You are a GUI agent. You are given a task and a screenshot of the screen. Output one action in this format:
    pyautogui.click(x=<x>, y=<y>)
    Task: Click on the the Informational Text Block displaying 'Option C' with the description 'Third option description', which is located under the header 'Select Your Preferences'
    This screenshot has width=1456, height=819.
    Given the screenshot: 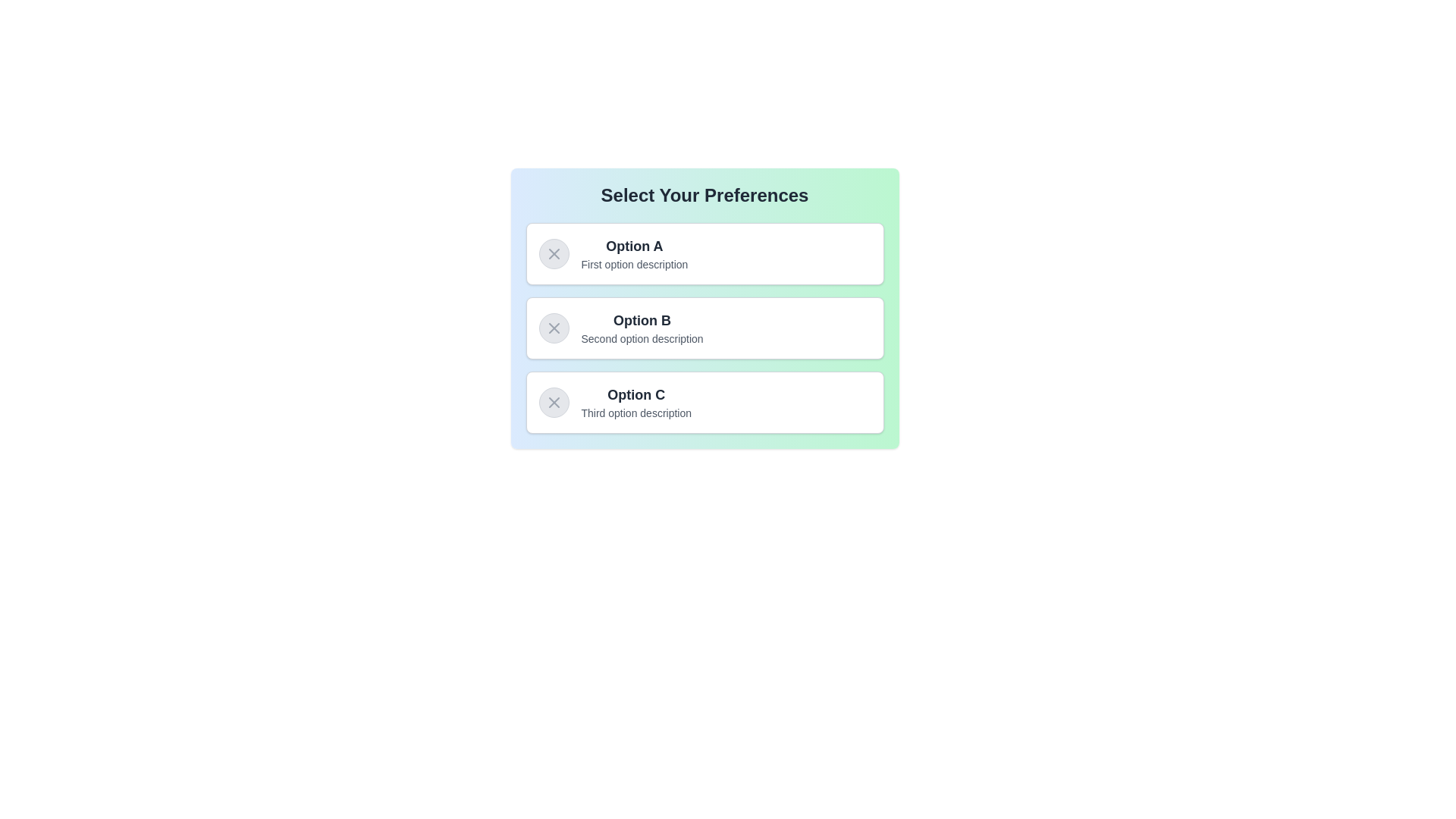 What is the action you would take?
    pyautogui.click(x=636, y=402)
    